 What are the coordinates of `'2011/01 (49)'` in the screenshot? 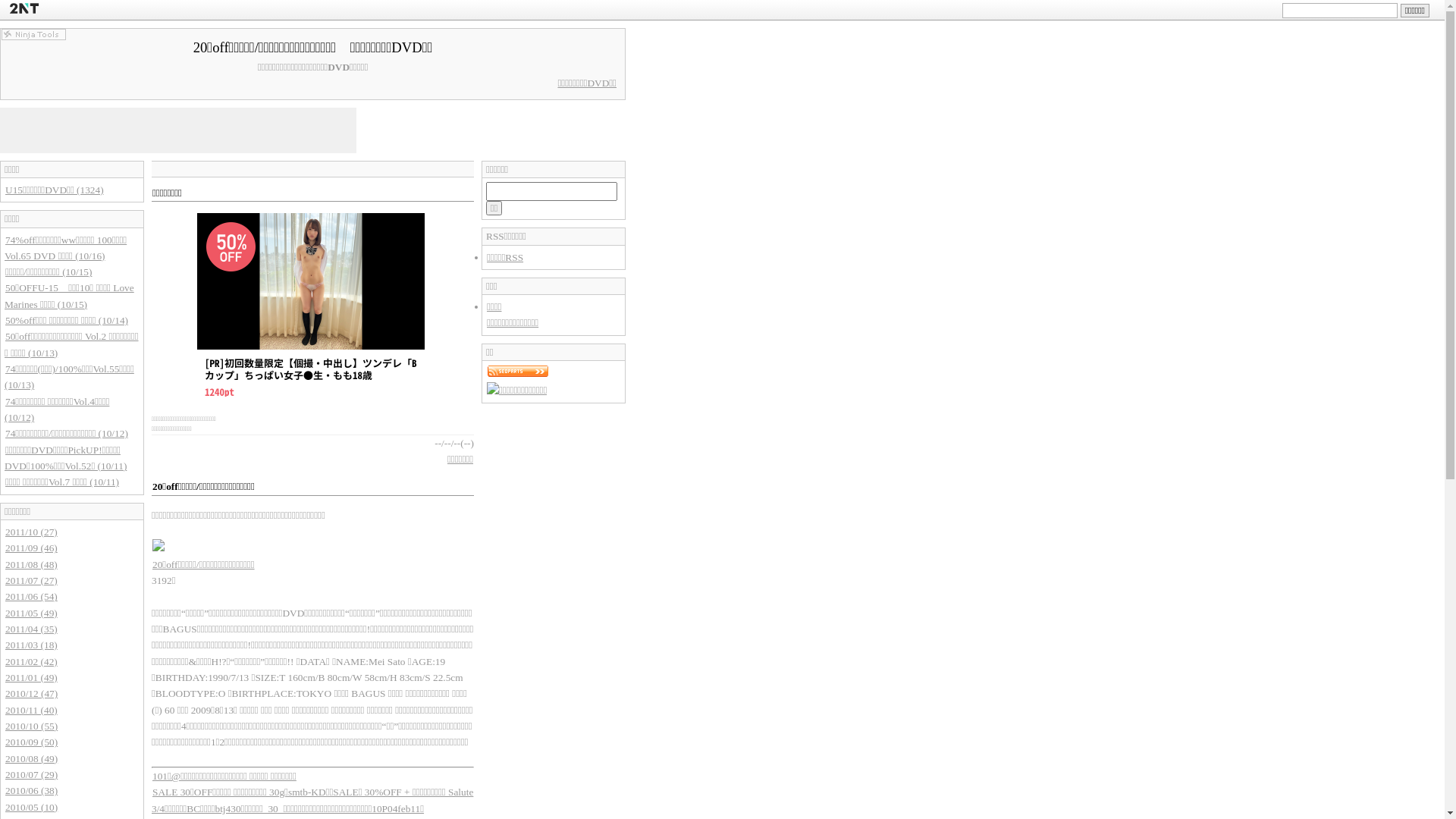 It's located at (31, 676).